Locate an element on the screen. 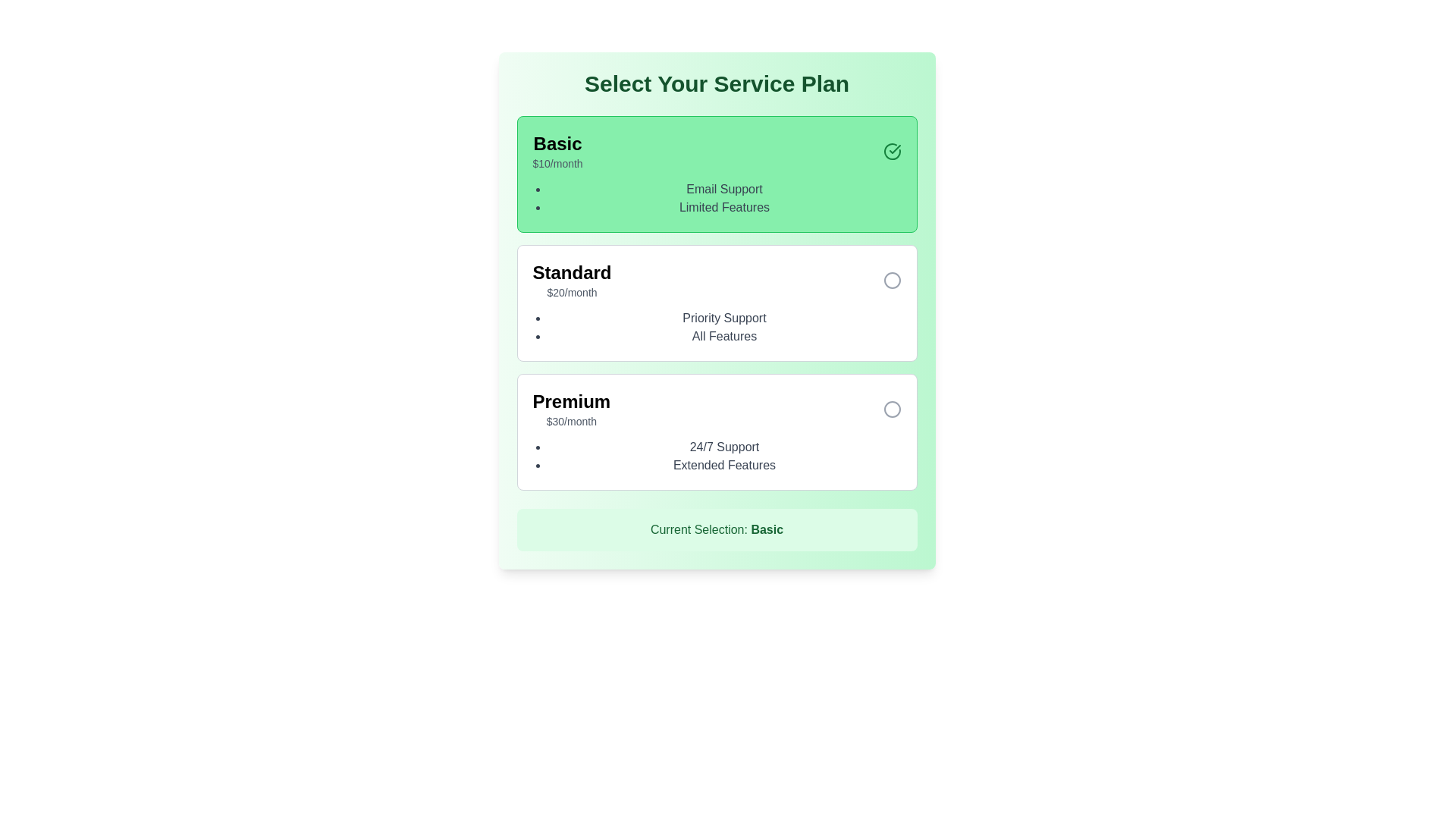 This screenshot has width=1456, height=819. the static text label that displays 'Limited Features', which is the second item in a bulleted list under the 'Basic' service plan section is located at coordinates (723, 207).